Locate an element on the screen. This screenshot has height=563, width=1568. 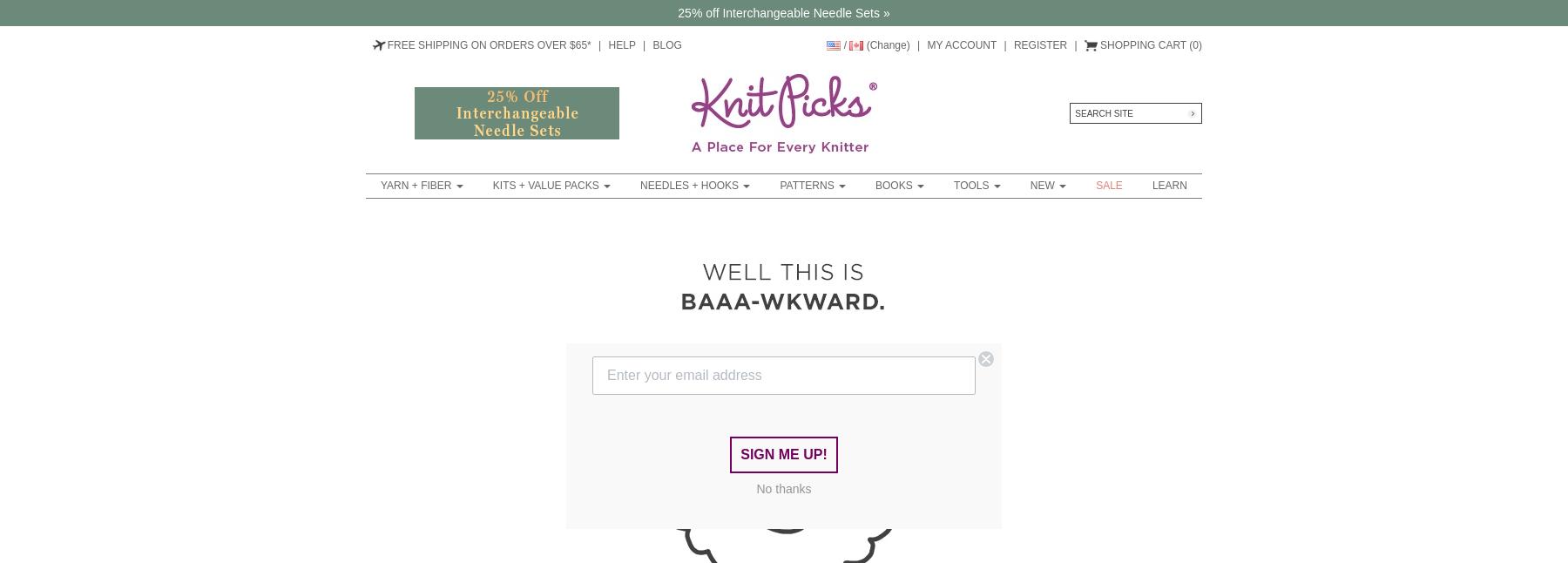
'Needles + Hooks' is located at coordinates (691, 185).